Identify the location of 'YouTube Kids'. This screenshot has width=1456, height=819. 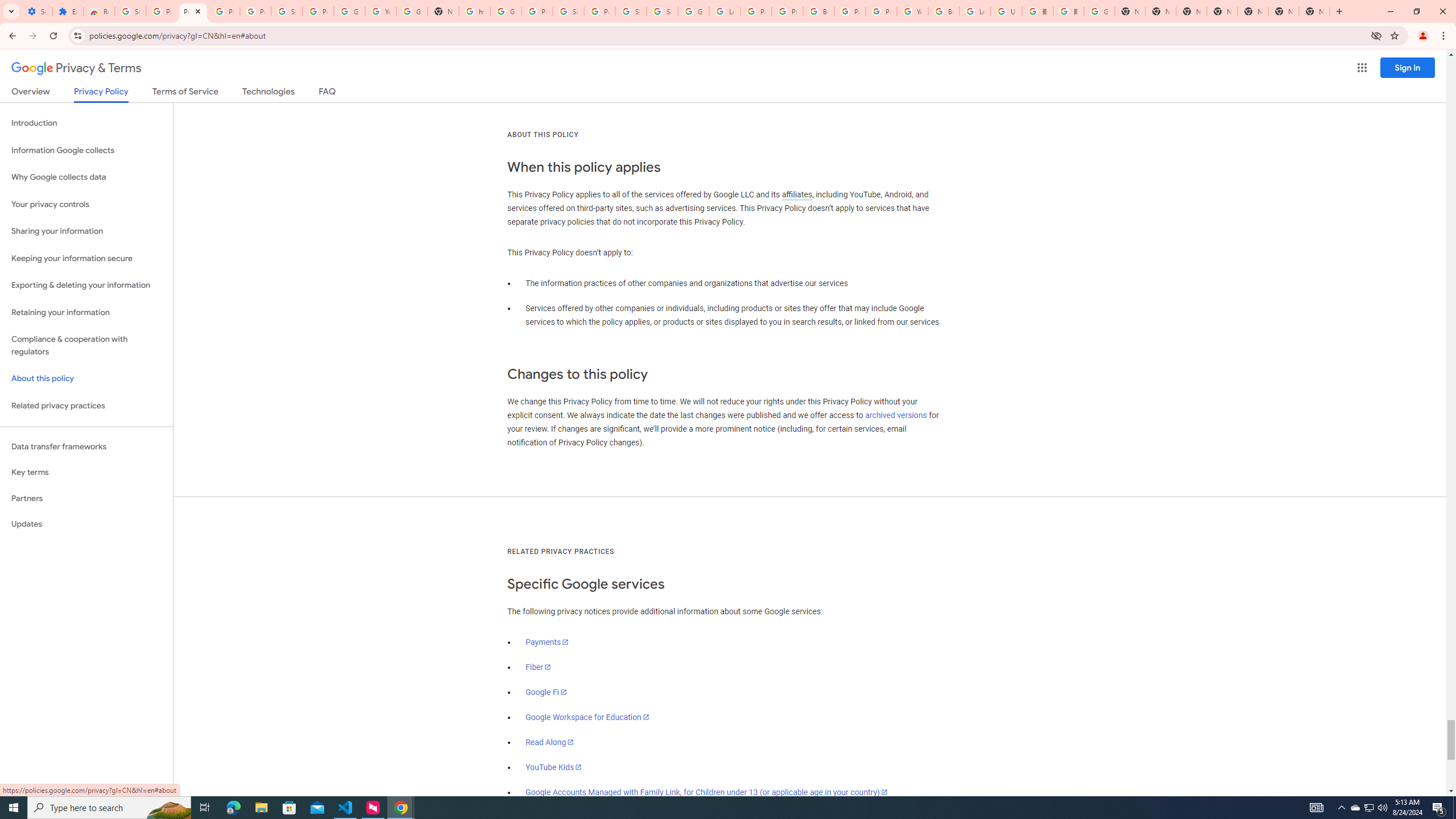
(554, 767).